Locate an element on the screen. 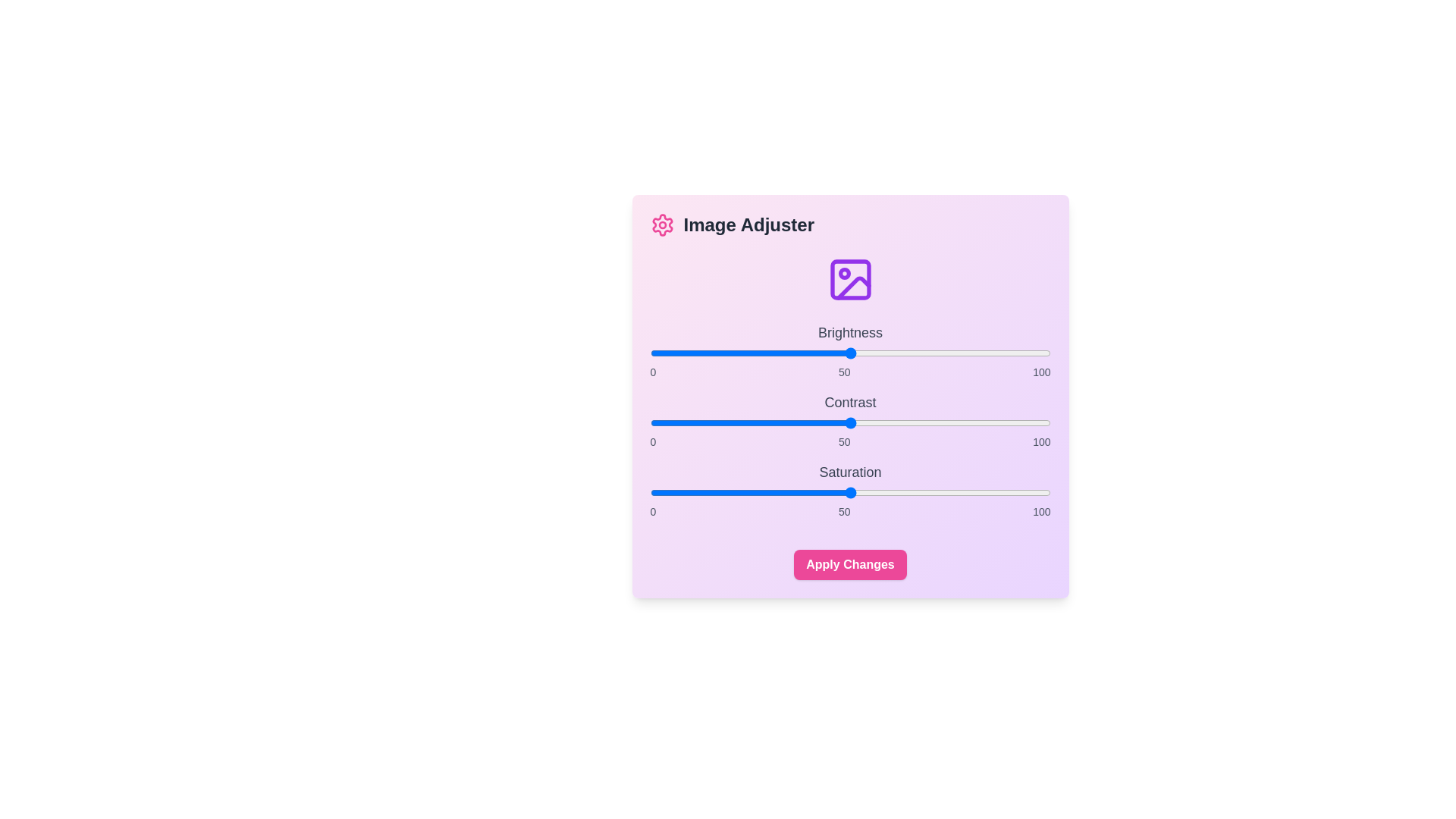 The height and width of the screenshot is (819, 1456). the saturation slider to set the value to 37 is located at coordinates (797, 493).